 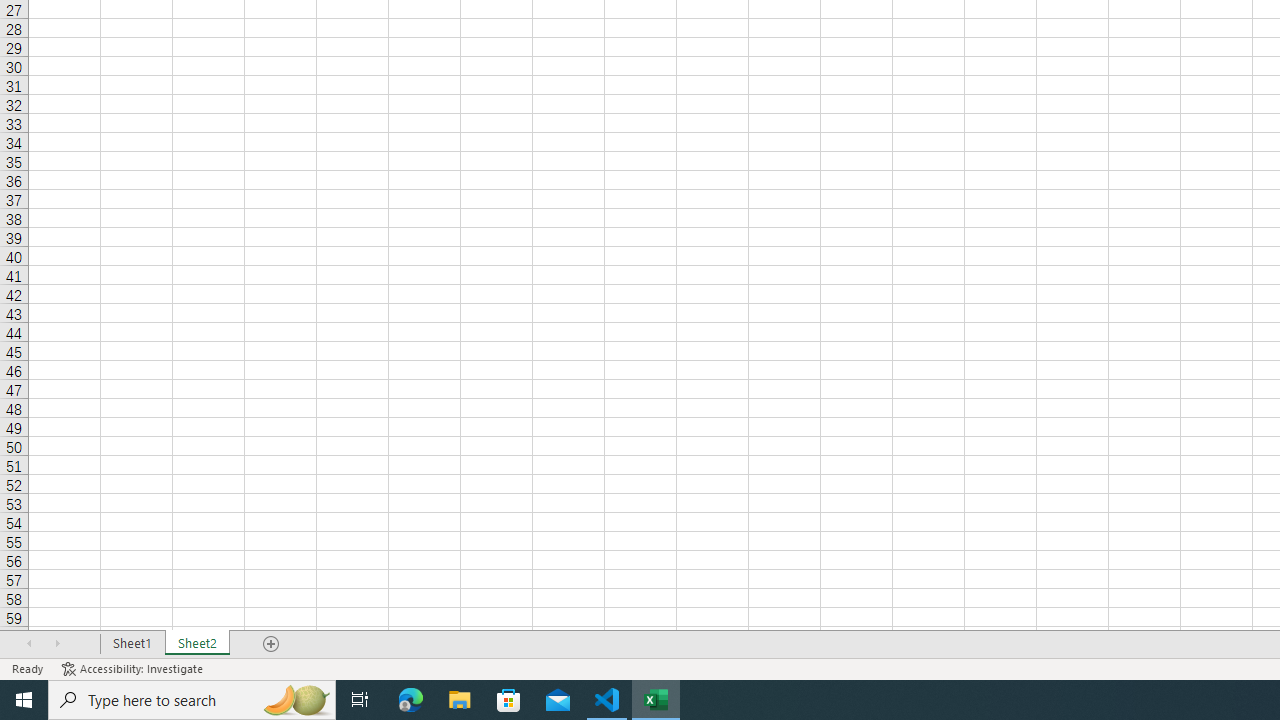 I want to click on 'Accessibility Checker Accessibility: Investigate', so click(x=133, y=669).